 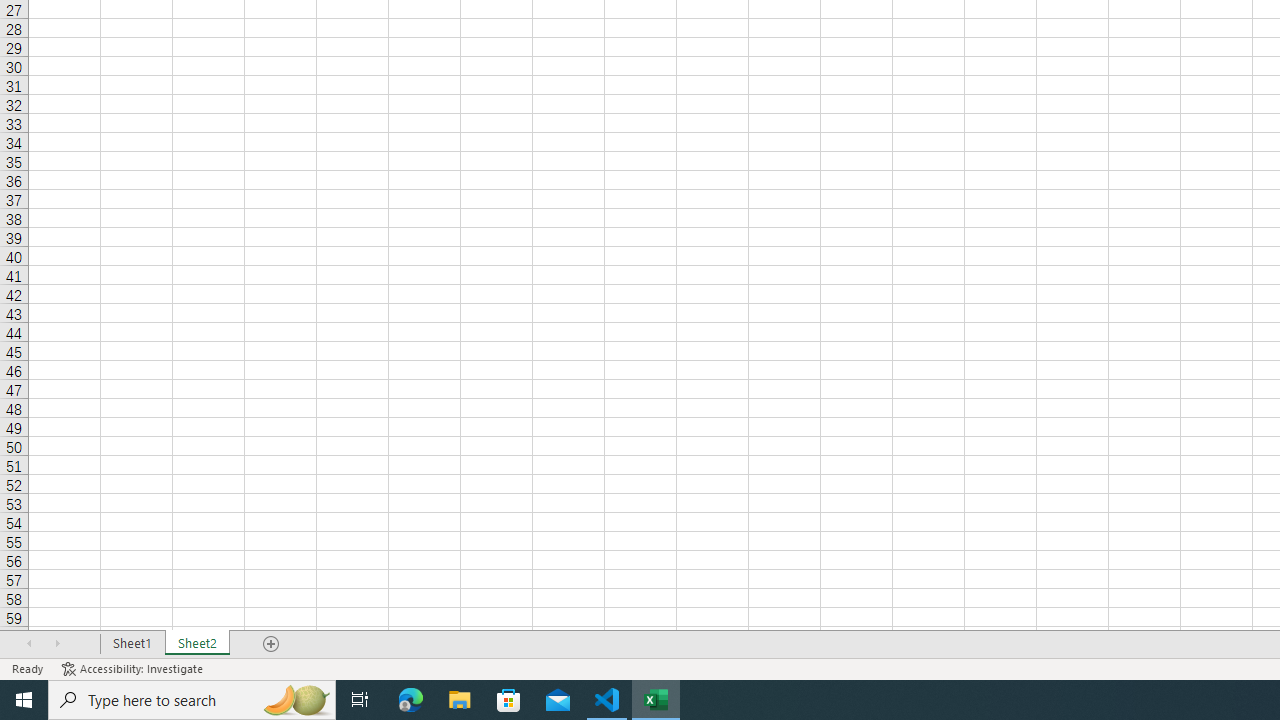 I want to click on 'Accessibility Checker Accessibility: Investigate', so click(x=133, y=669).